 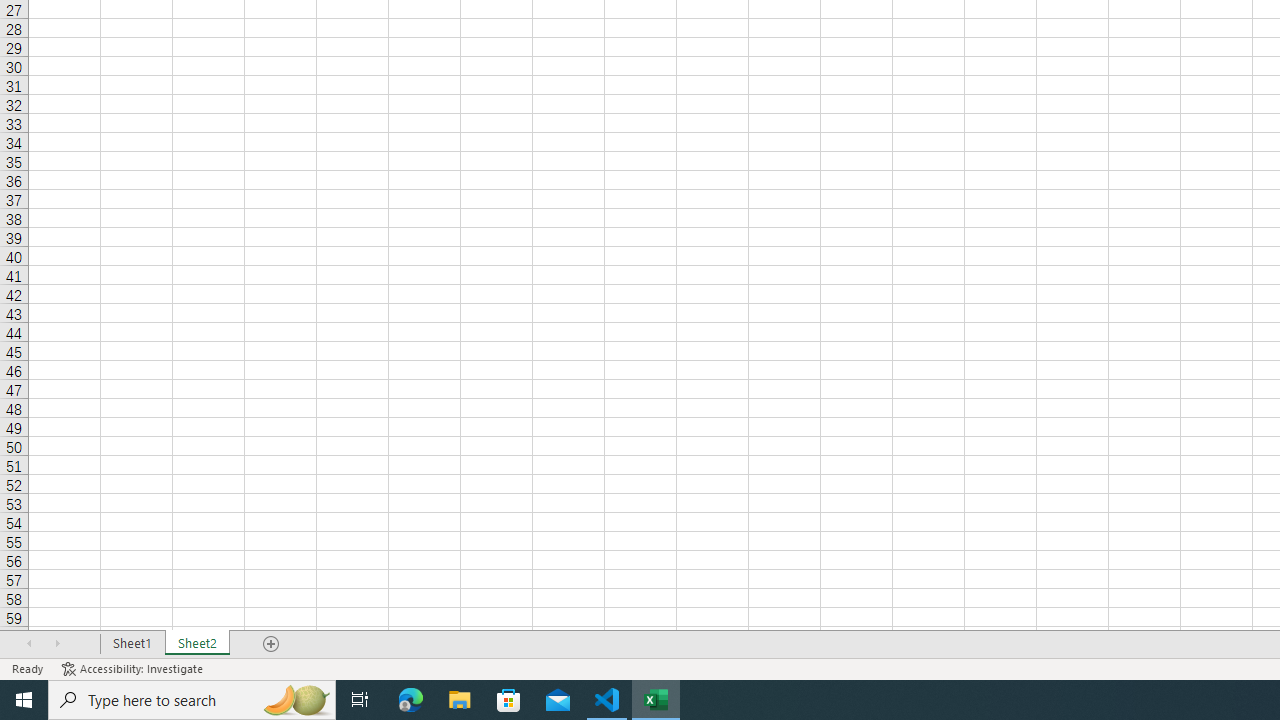 I want to click on 'Accessibility Checker Accessibility: Investigate', so click(x=133, y=669).